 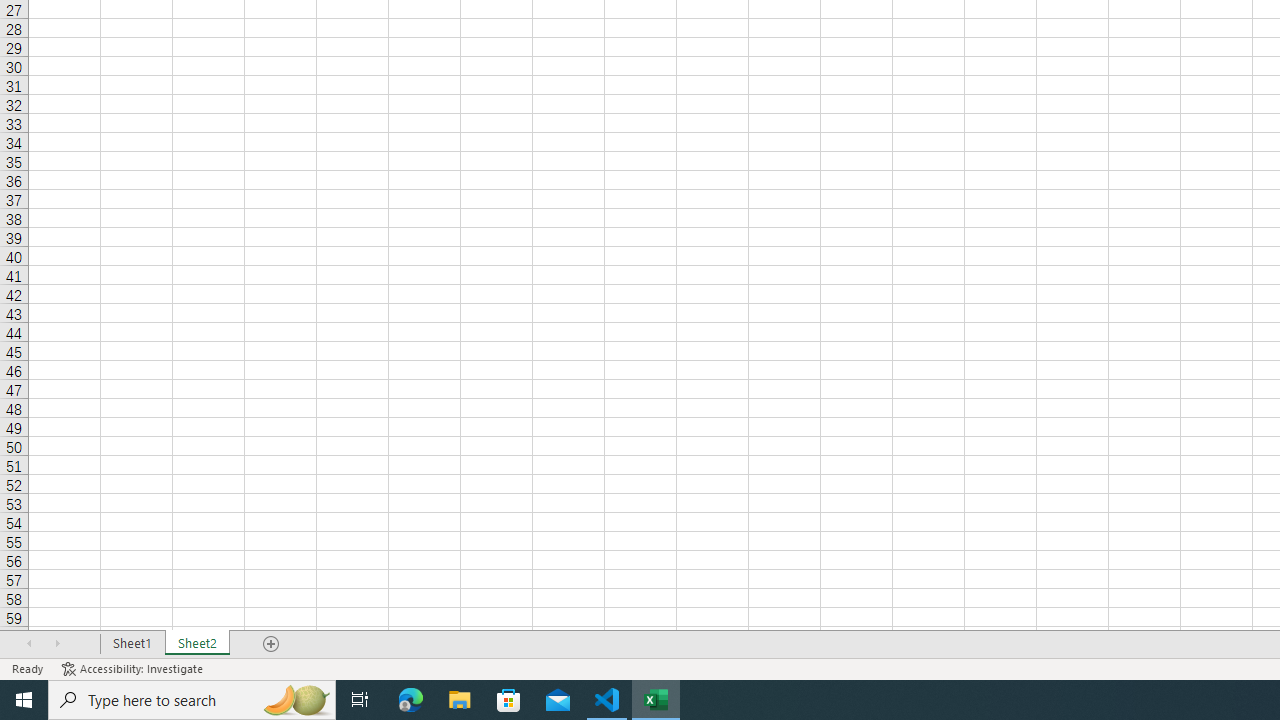 I want to click on 'Accessibility Checker Accessibility: Investigate', so click(x=133, y=669).